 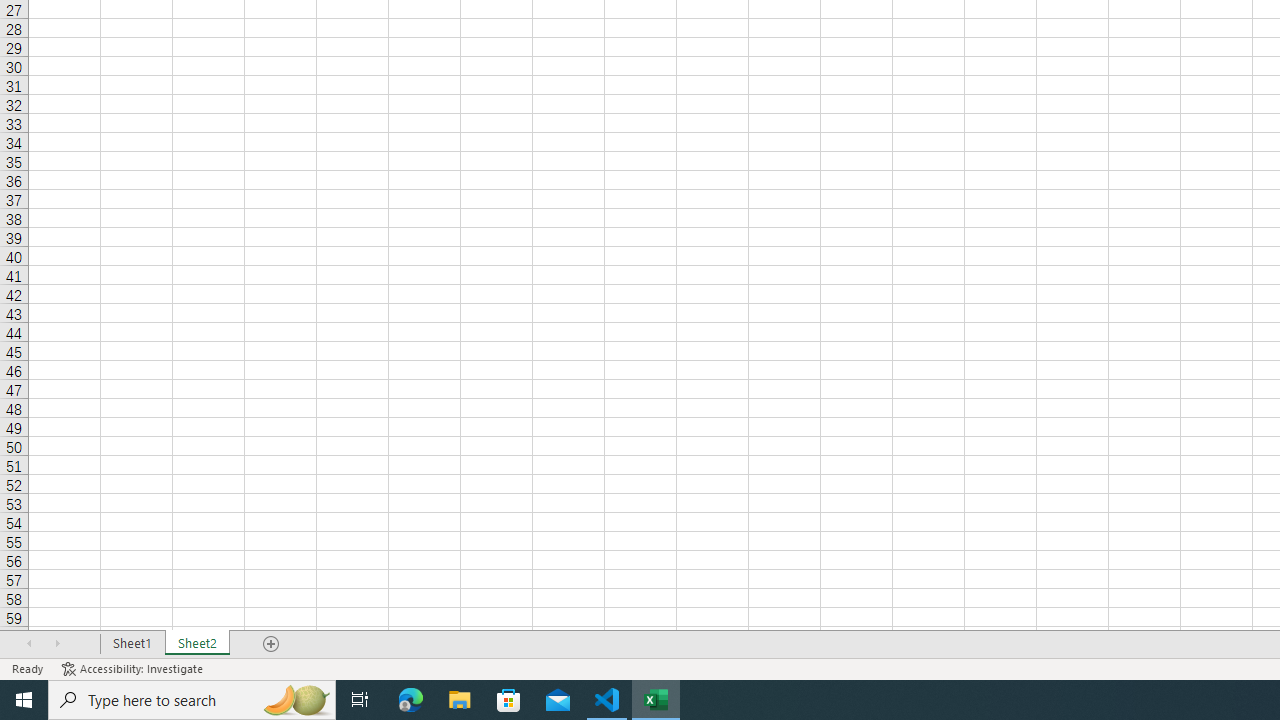 I want to click on 'Accessibility Checker Accessibility: Investigate', so click(x=133, y=669).